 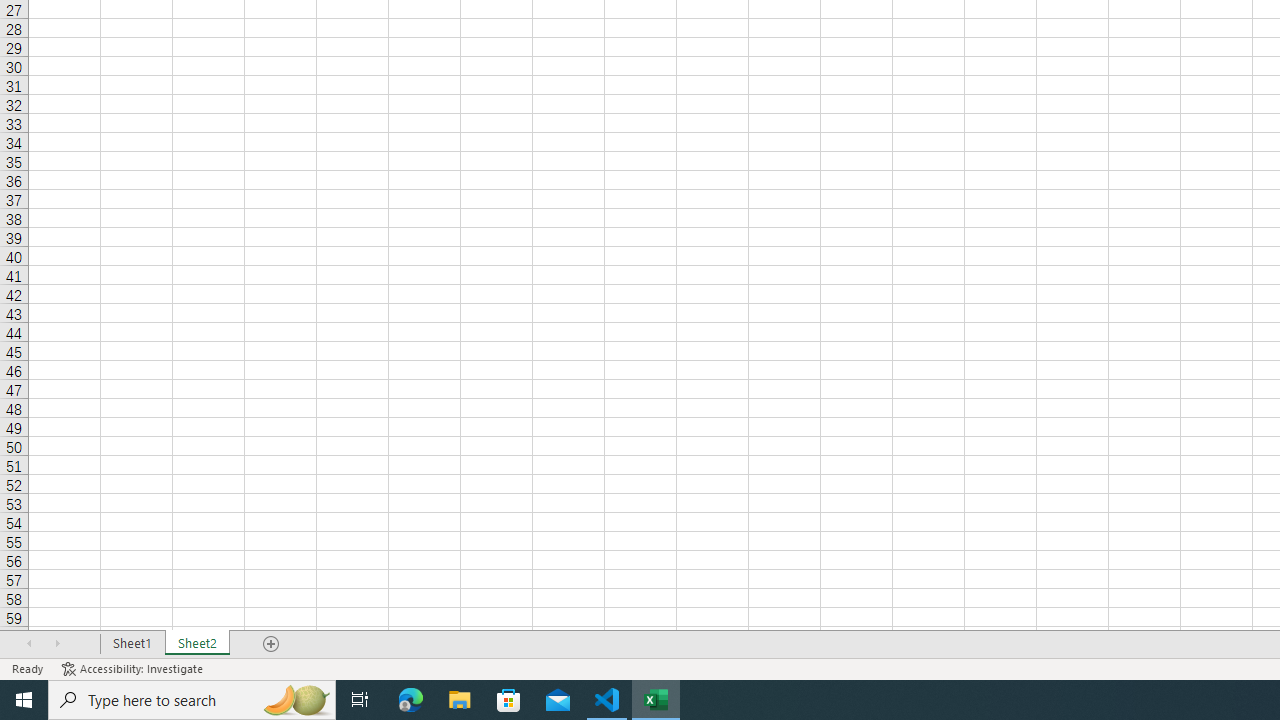 I want to click on 'Accessibility Checker Accessibility: Investigate', so click(x=133, y=669).